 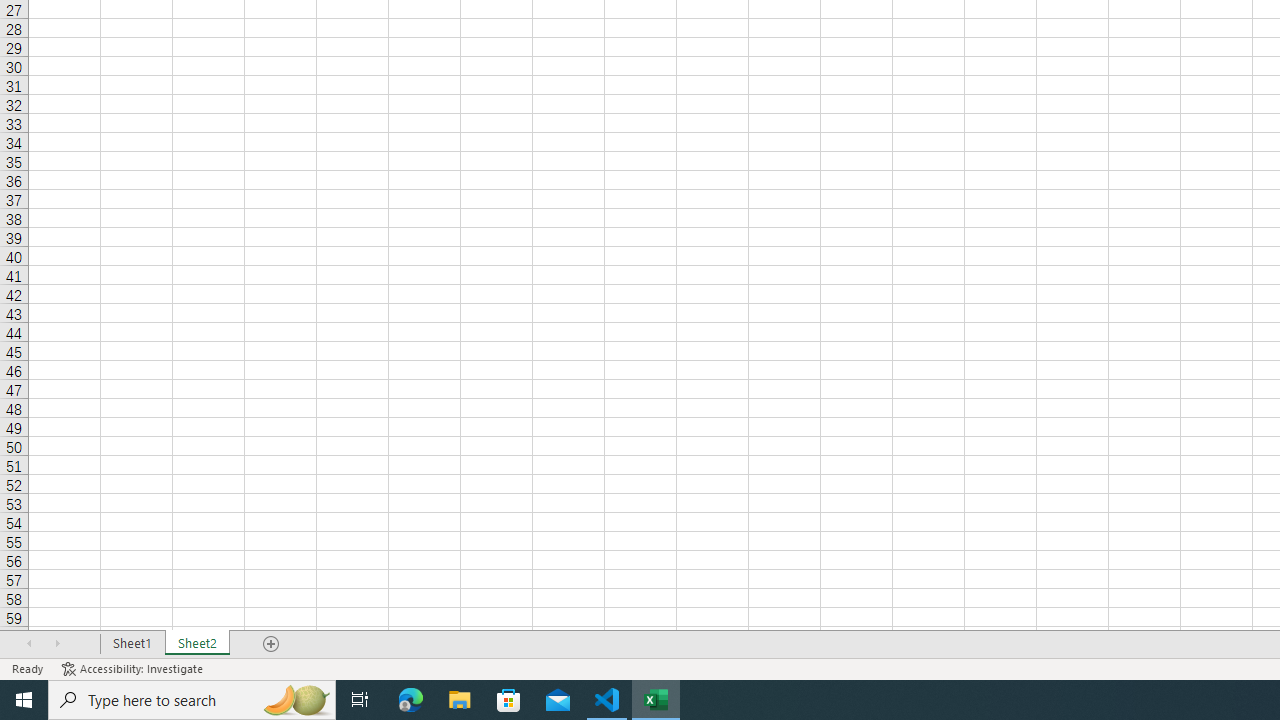 I want to click on 'Accessibility Checker Accessibility: Investigate', so click(x=133, y=669).